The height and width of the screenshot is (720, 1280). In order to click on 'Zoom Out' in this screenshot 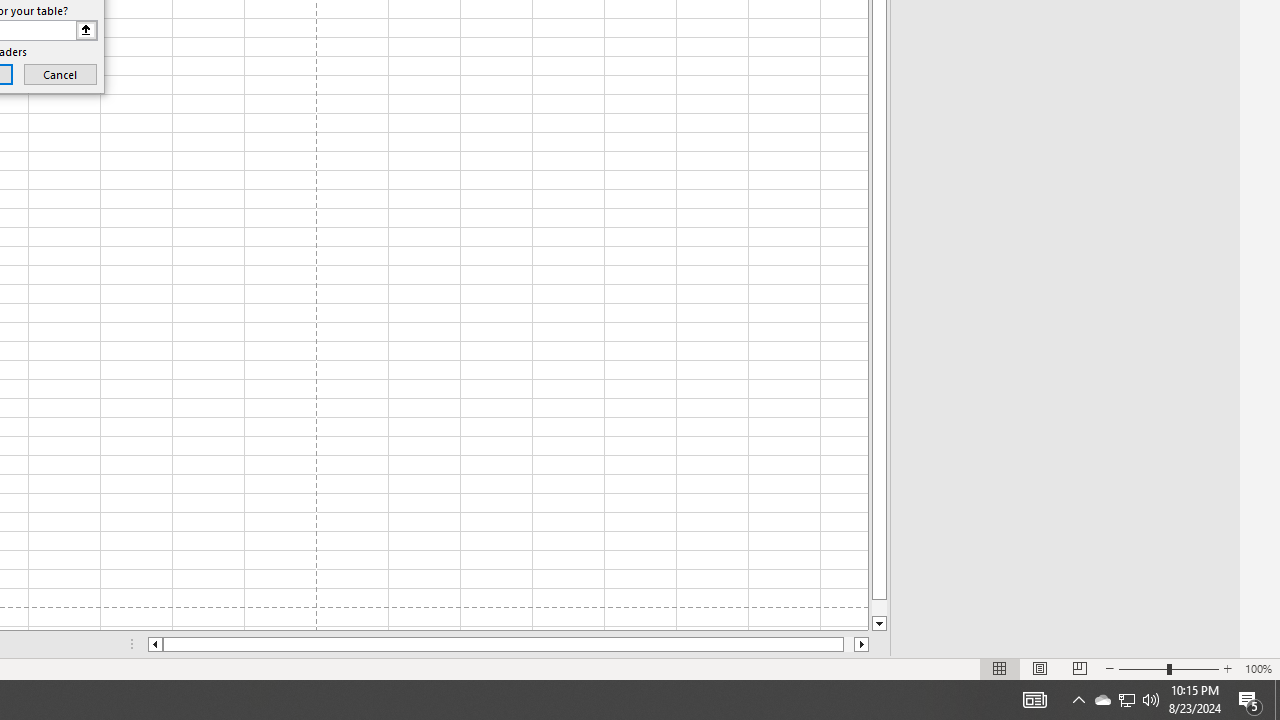, I will do `click(1143, 669)`.